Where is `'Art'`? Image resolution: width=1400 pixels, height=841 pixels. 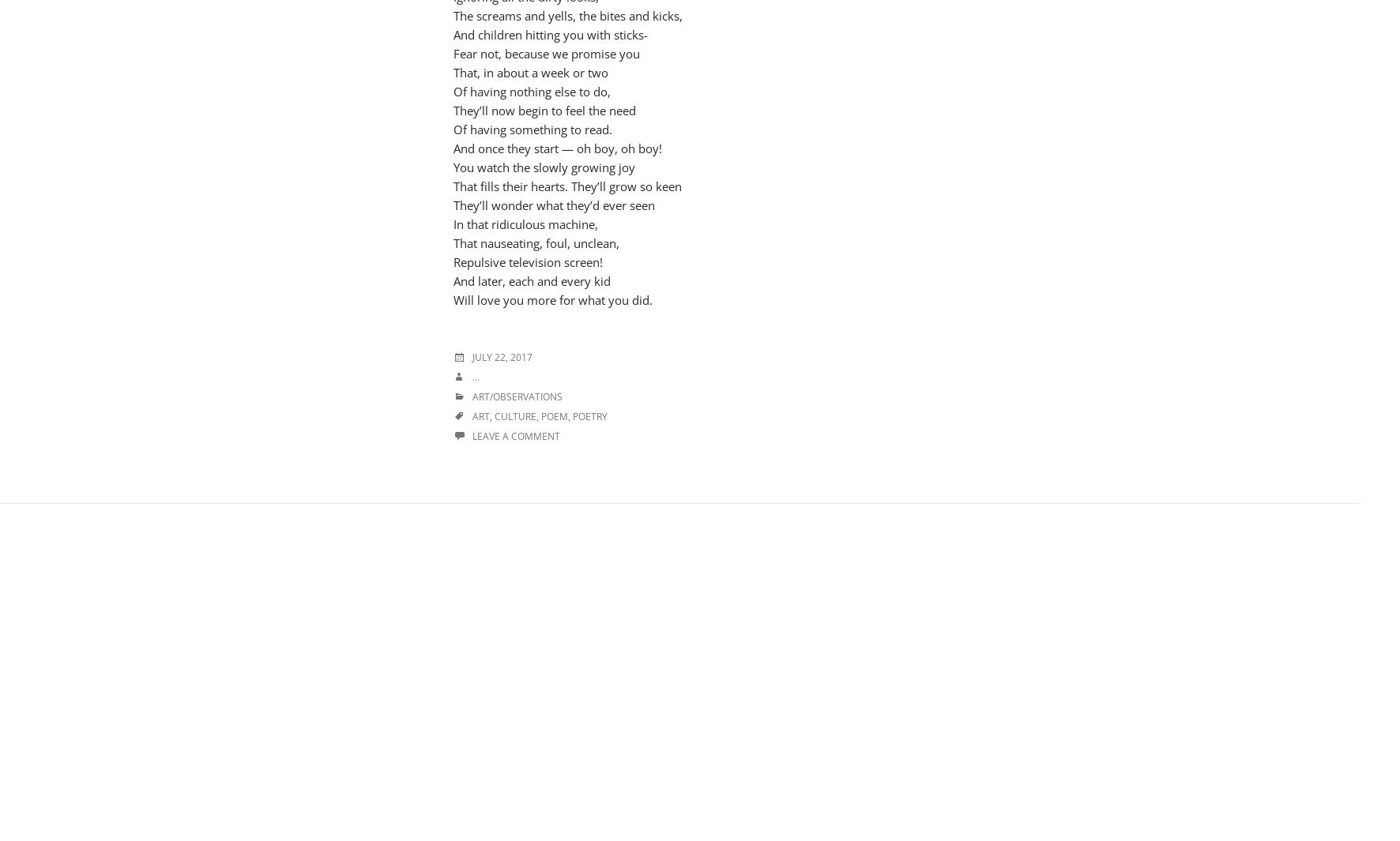 'Art' is located at coordinates (481, 415).